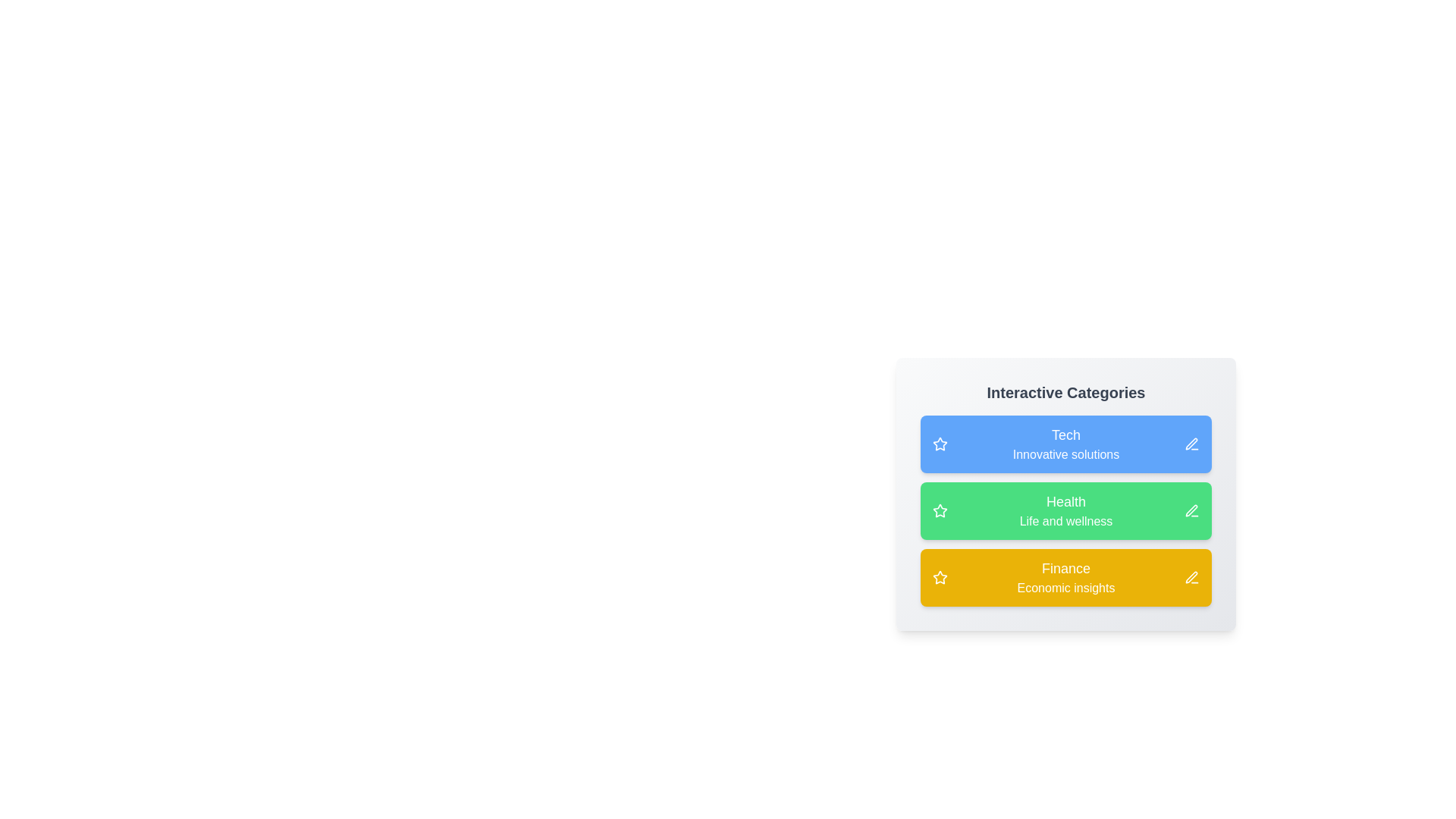 The image size is (1456, 819). Describe the element at coordinates (1065, 444) in the screenshot. I see `the category Tech to observe its hover effect` at that location.